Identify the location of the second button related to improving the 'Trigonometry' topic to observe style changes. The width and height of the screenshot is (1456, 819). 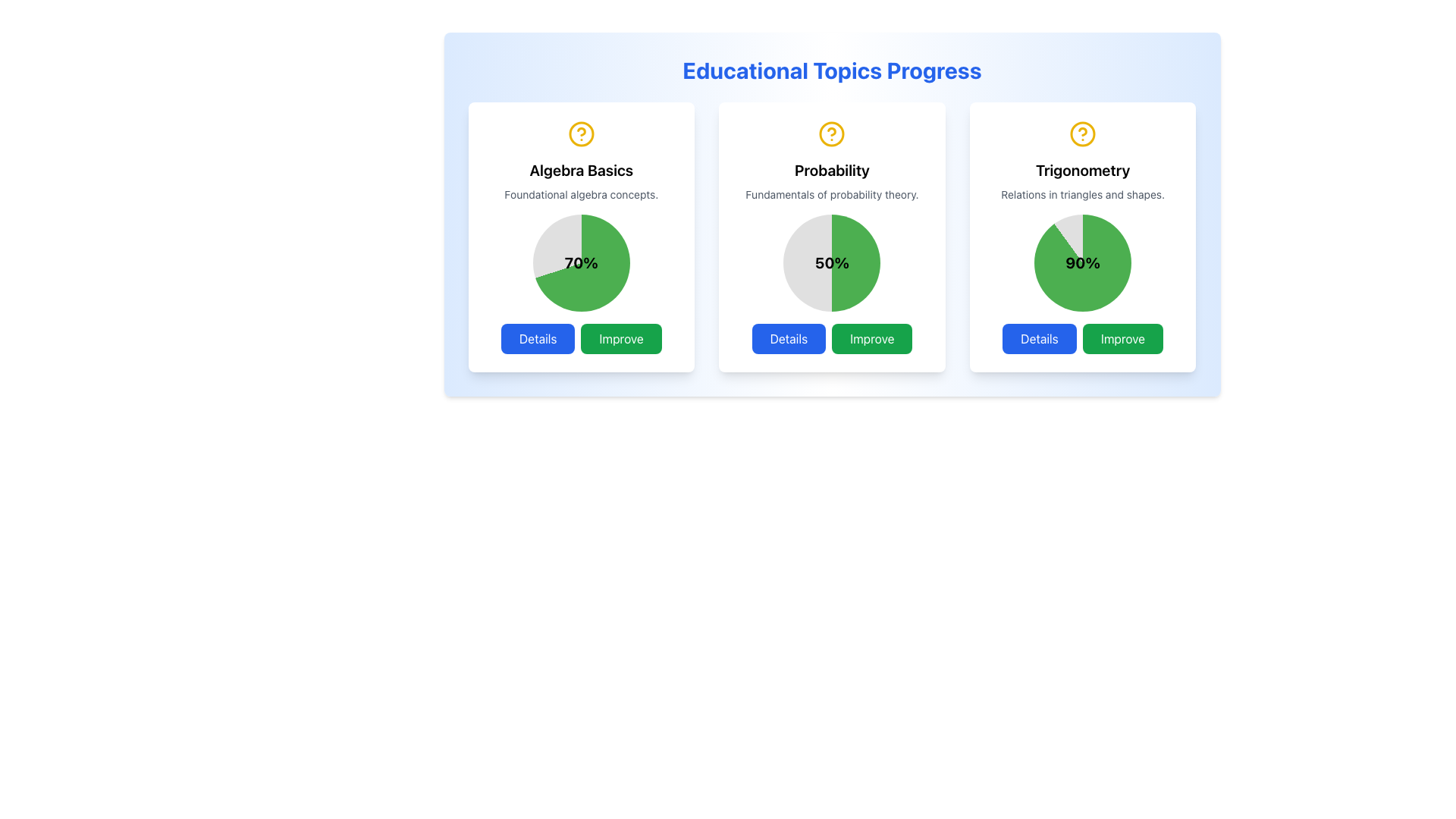
(1122, 338).